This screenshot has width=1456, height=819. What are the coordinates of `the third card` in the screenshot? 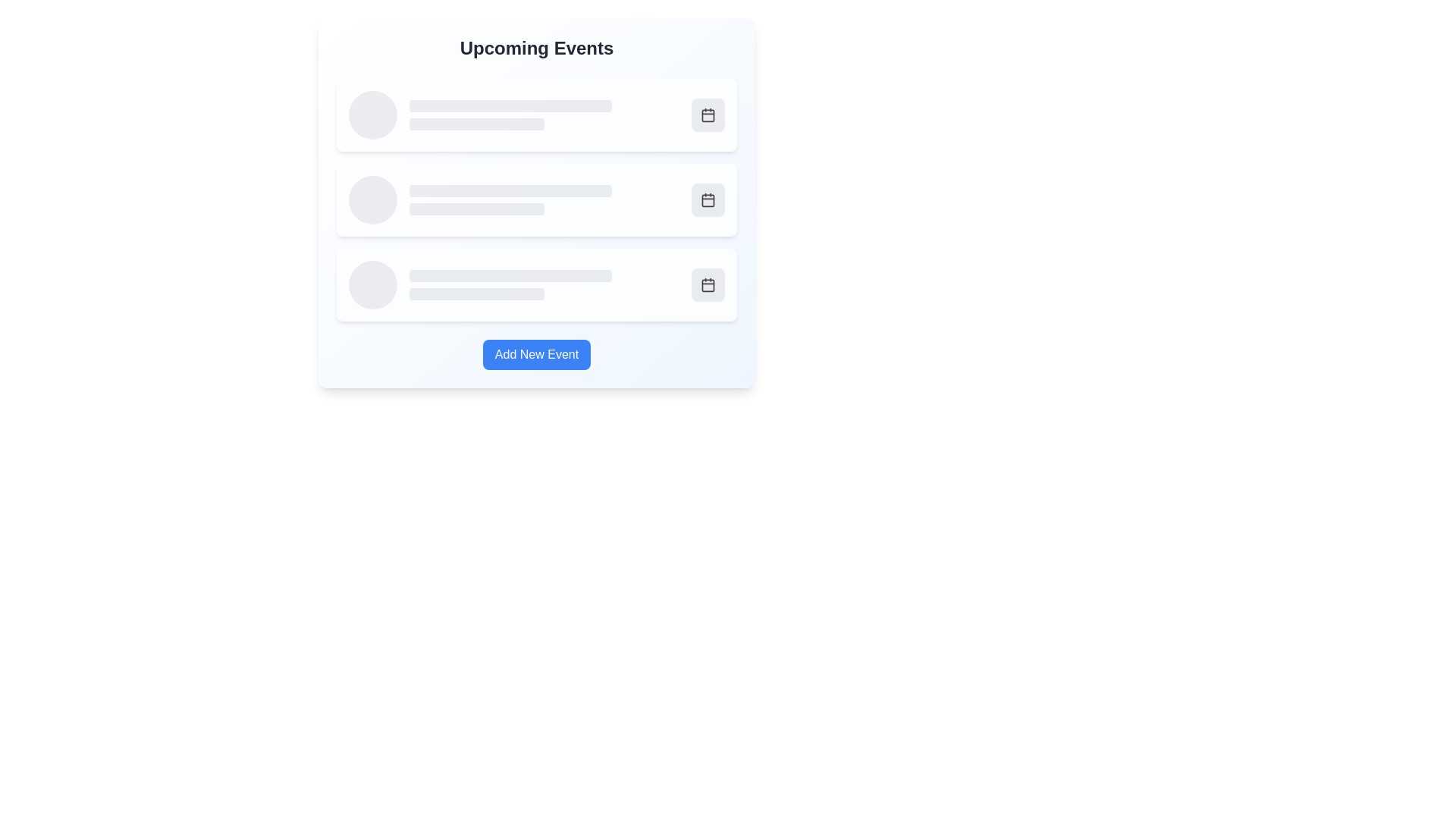 It's located at (537, 284).